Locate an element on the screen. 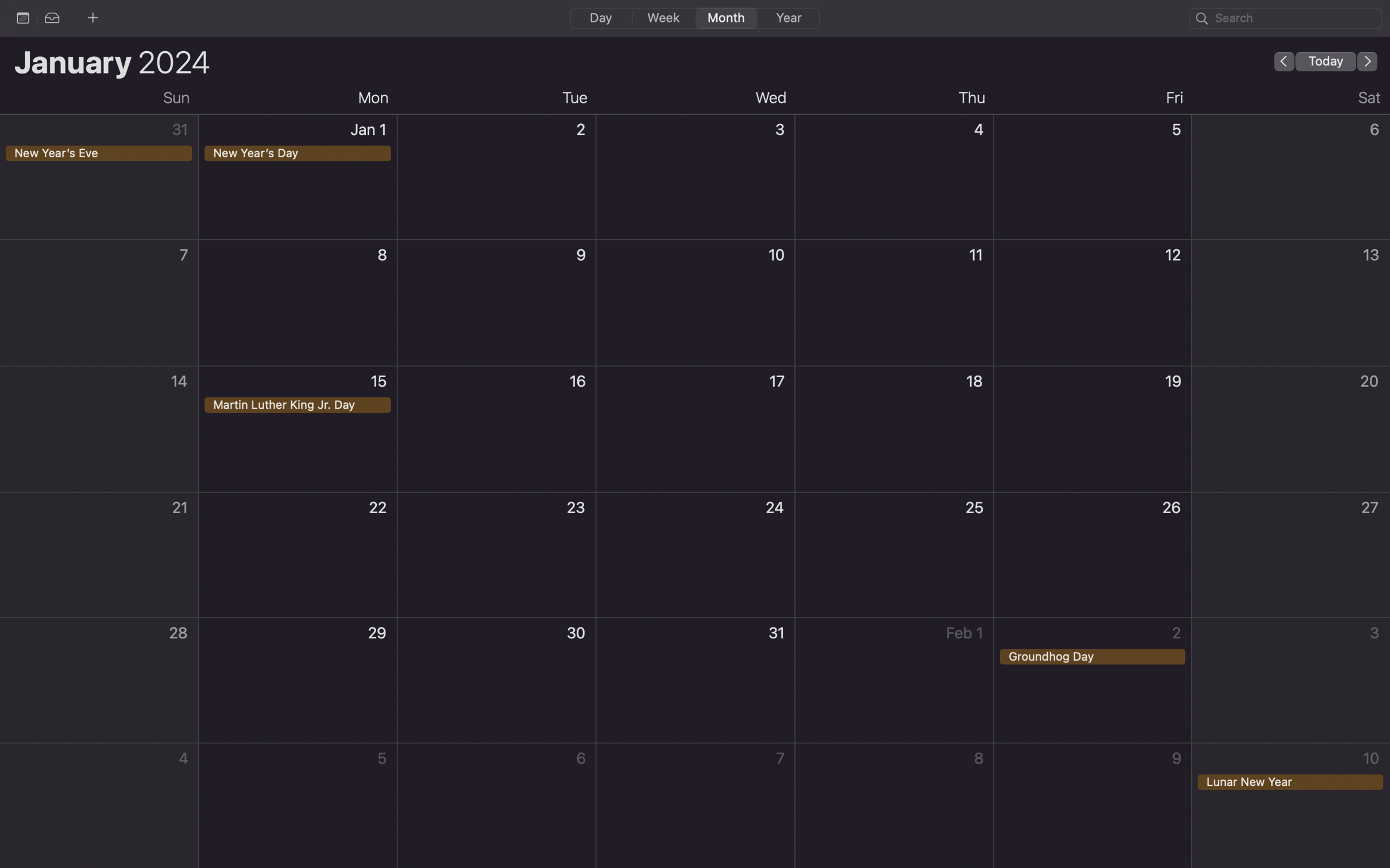 The height and width of the screenshot is (868, 1390). the function to set up an event on the month"s 30th is located at coordinates (497, 681).